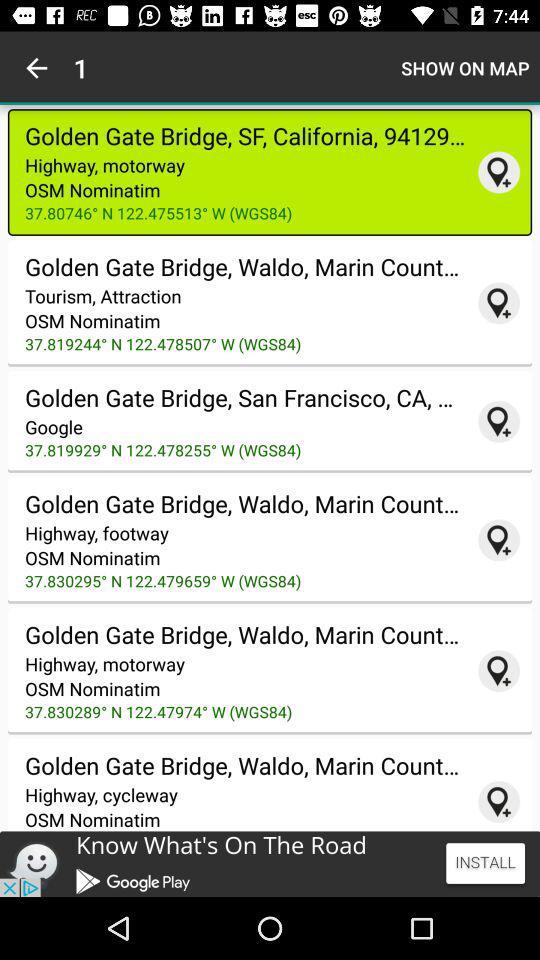  What do you see at coordinates (498, 303) in the screenshot?
I see `place marker on the location` at bounding box center [498, 303].